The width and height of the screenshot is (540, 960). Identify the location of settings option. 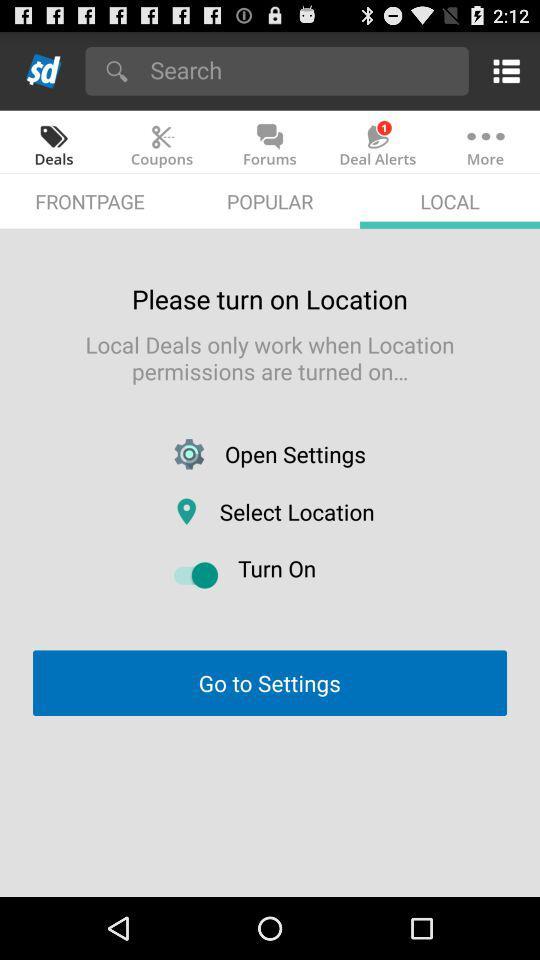
(502, 70).